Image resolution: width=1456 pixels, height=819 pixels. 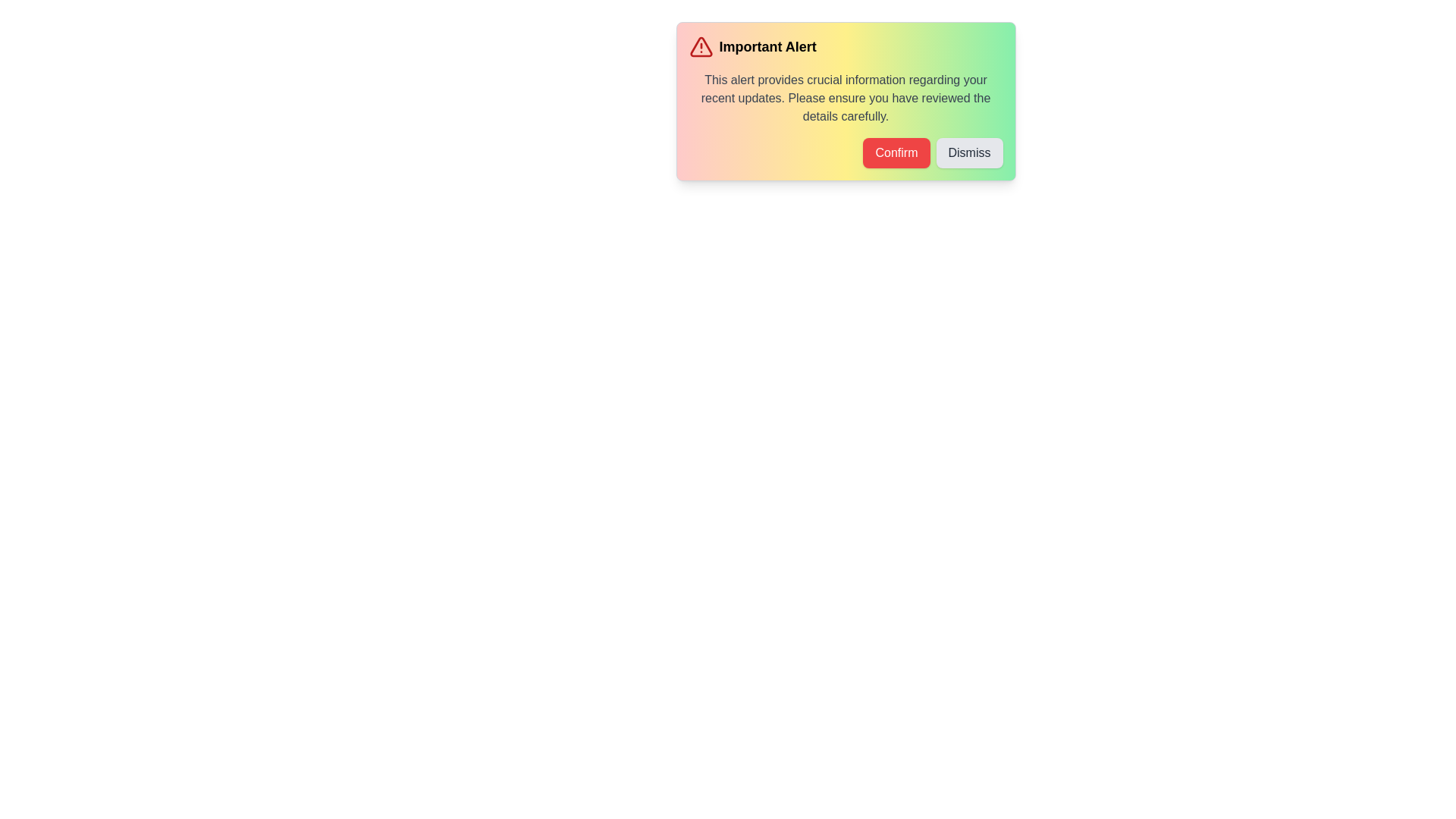 I want to click on the confirmation button located inside the green-to-yellow gradient alert box at the bottom-right, so click(x=896, y=152).